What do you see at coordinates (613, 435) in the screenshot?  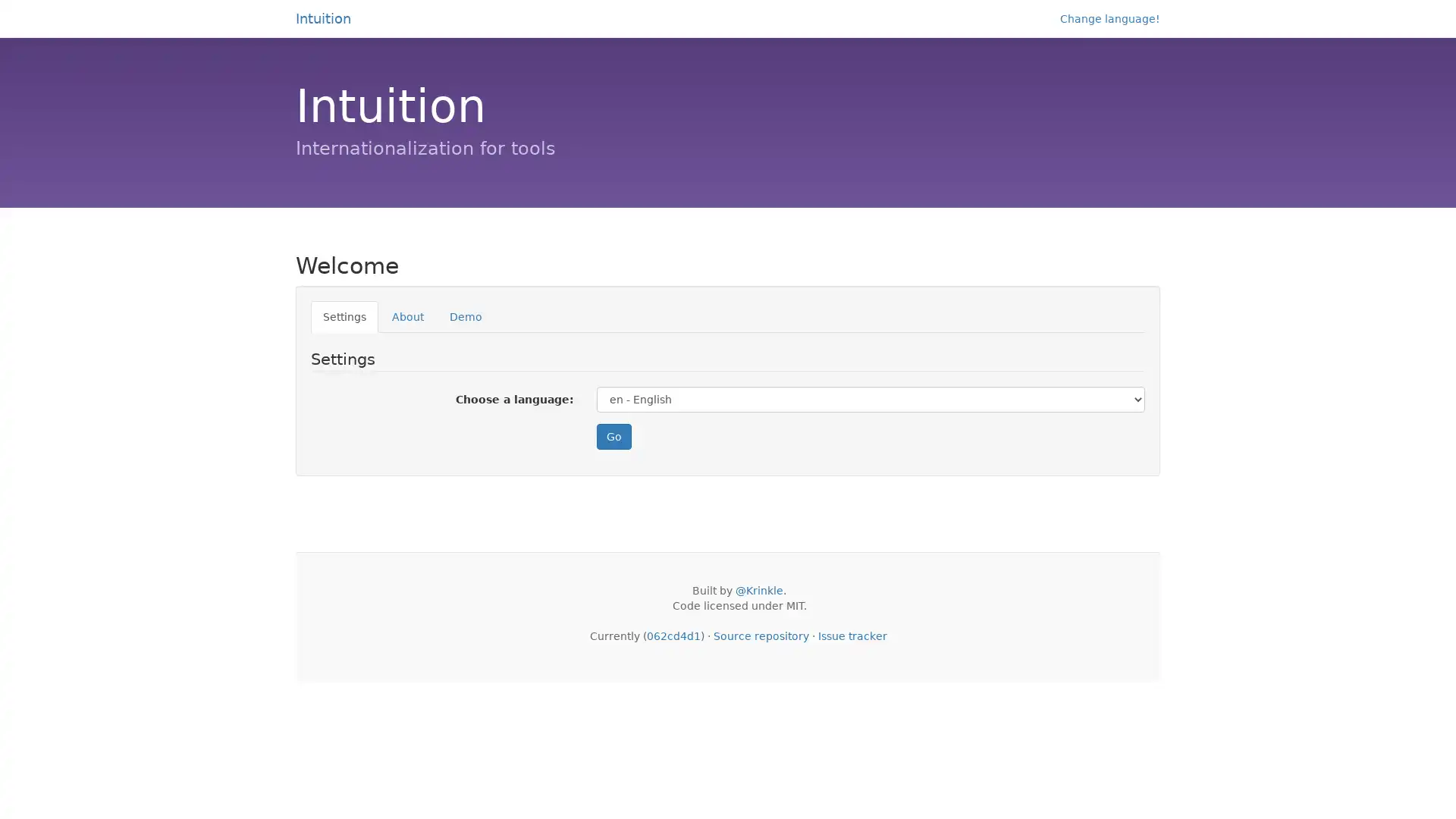 I see `Go` at bounding box center [613, 435].